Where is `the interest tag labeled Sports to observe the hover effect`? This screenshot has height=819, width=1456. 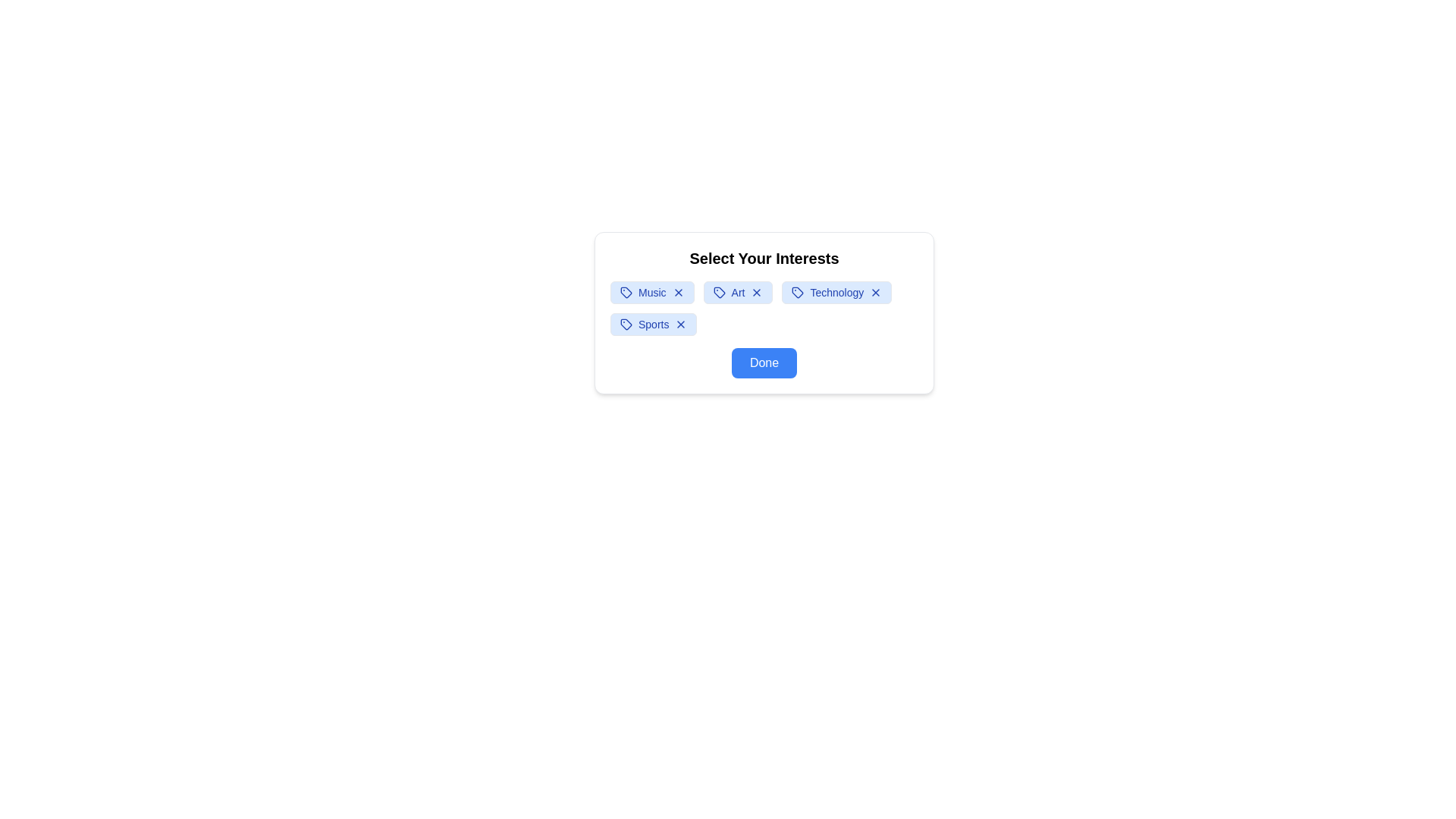 the interest tag labeled Sports to observe the hover effect is located at coordinates (654, 324).